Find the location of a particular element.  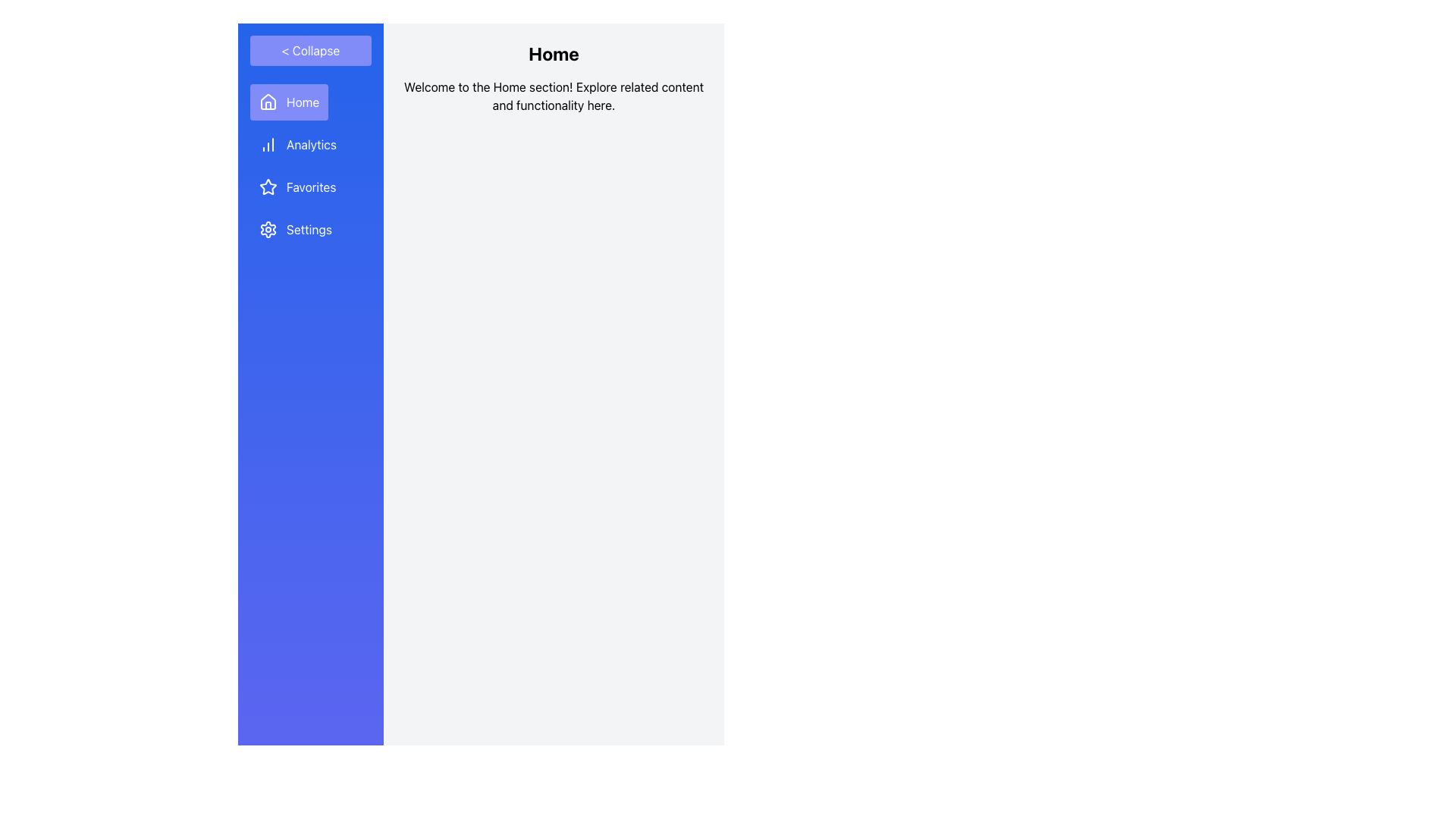

the blue five-point star icon located in the left sidebar menu, which is positioned next to the 'Favorites' label is located at coordinates (268, 186).